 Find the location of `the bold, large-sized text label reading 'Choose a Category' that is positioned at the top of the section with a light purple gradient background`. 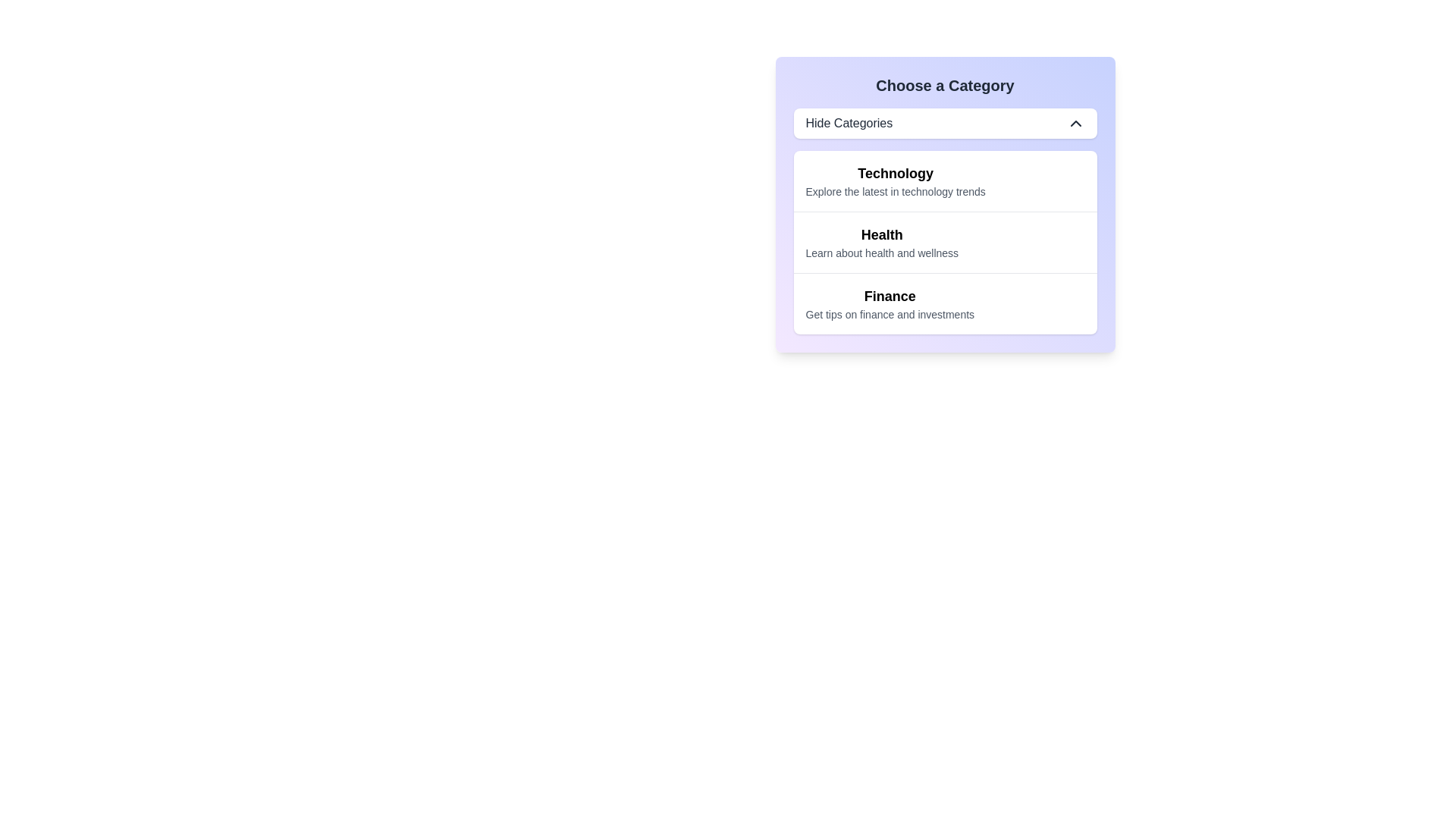

the bold, large-sized text label reading 'Choose a Category' that is positioned at the top of the section with a light purple gradient background is located at coordinates (944, 85).